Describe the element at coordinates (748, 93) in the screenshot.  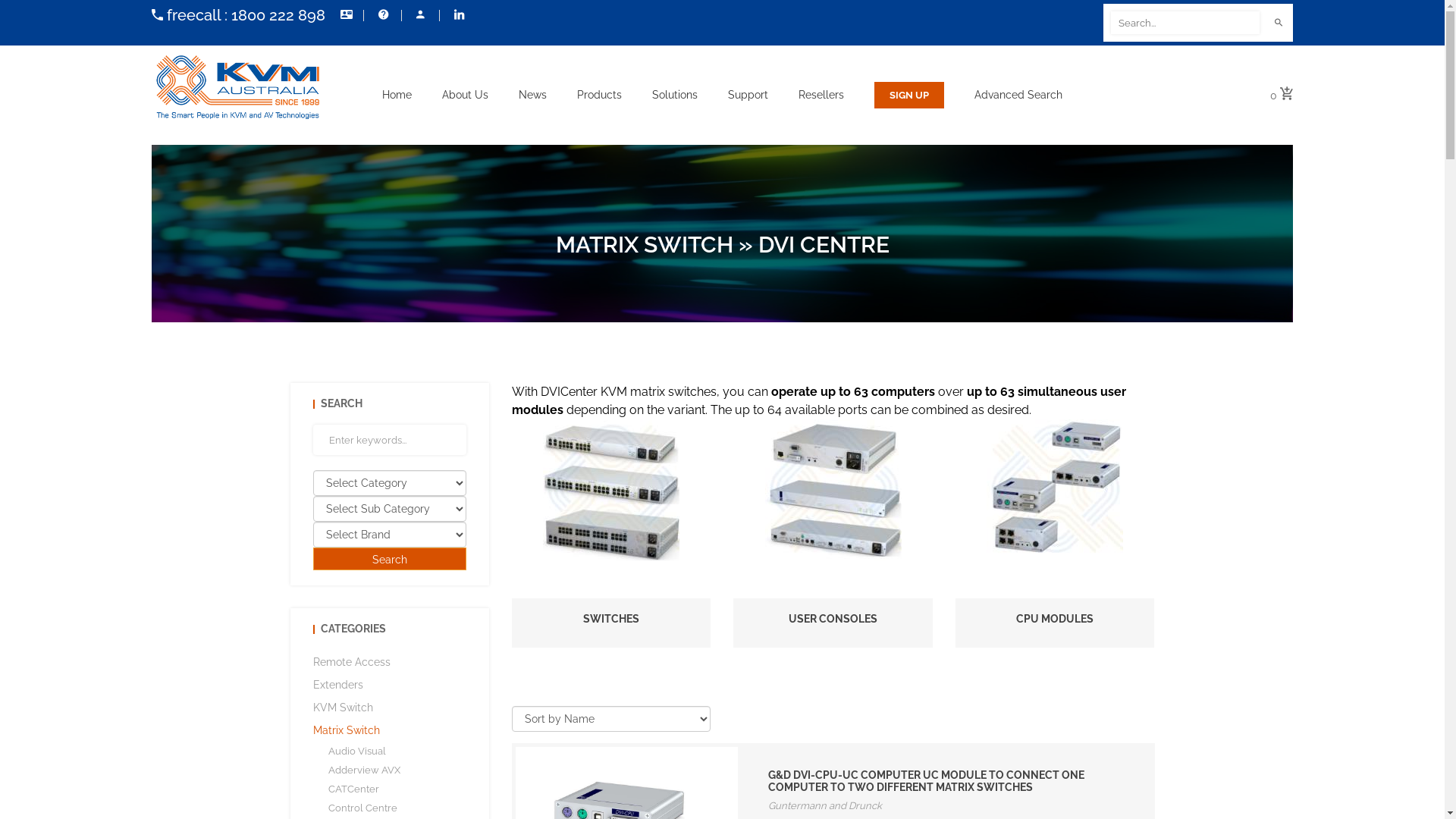
I see `'Support'` at that location.